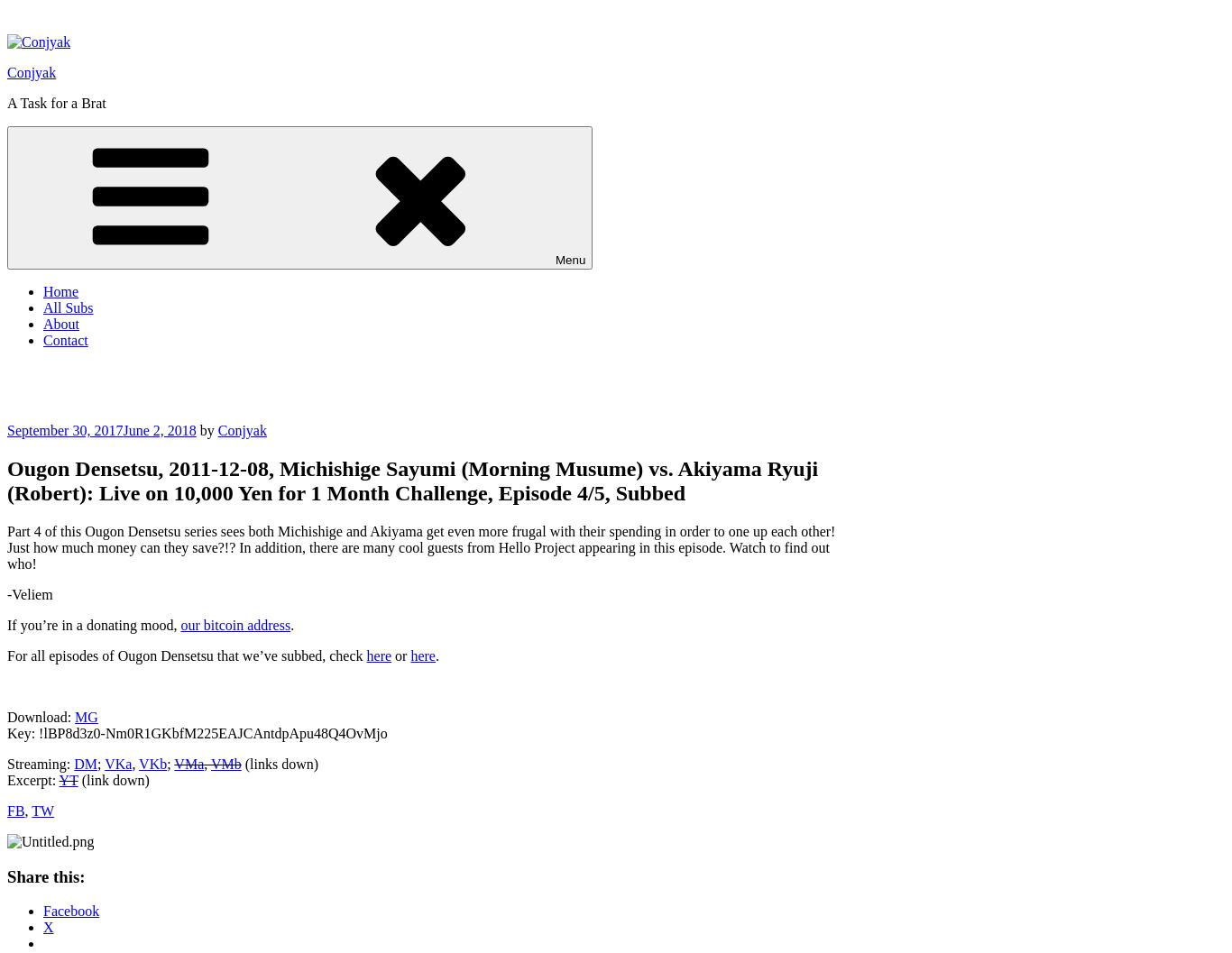 The image size is (1232, 953). What do you see at coordinates (68, 778) in the screenshot?
I see `'YT'` at bounding box center [68, 778].